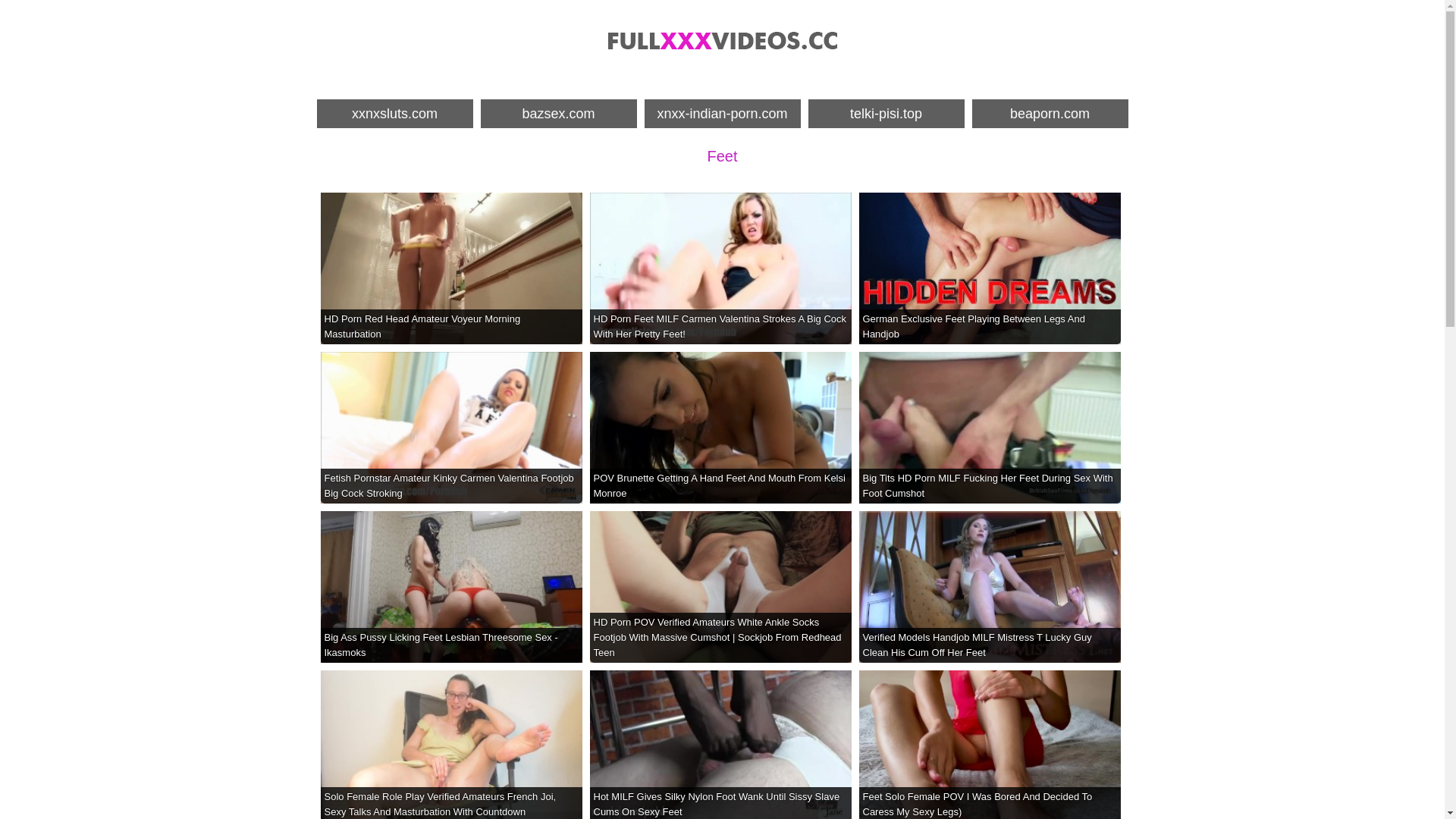  What do you see at coordinates (989, 268) in the screenshot?
I see `'German Exclusive Feet Playing Between Legs And Handjob'` at bounding box center [989, 268].